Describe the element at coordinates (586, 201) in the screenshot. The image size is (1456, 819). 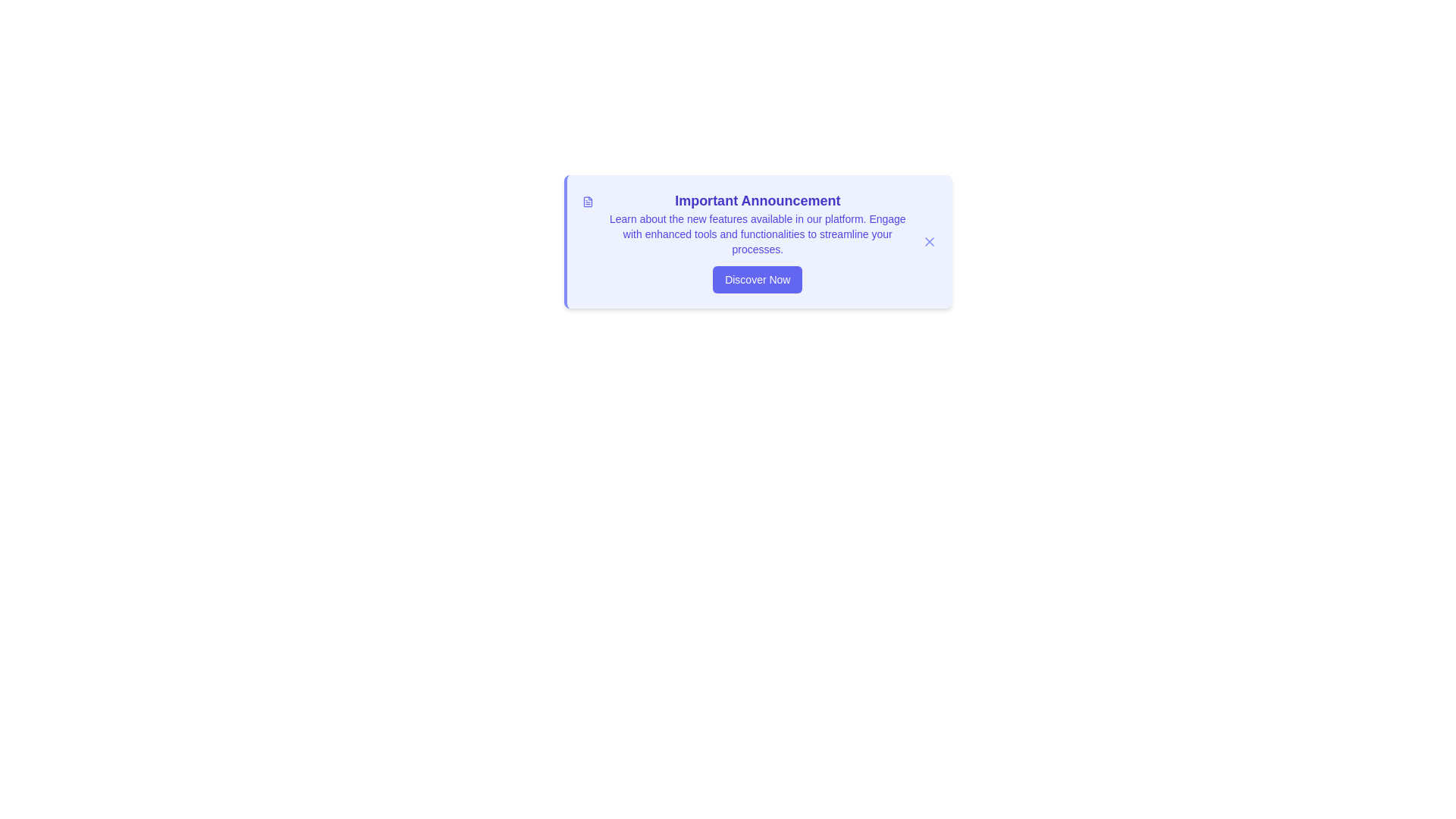
I see `the icon to observe hover effects` at that location.